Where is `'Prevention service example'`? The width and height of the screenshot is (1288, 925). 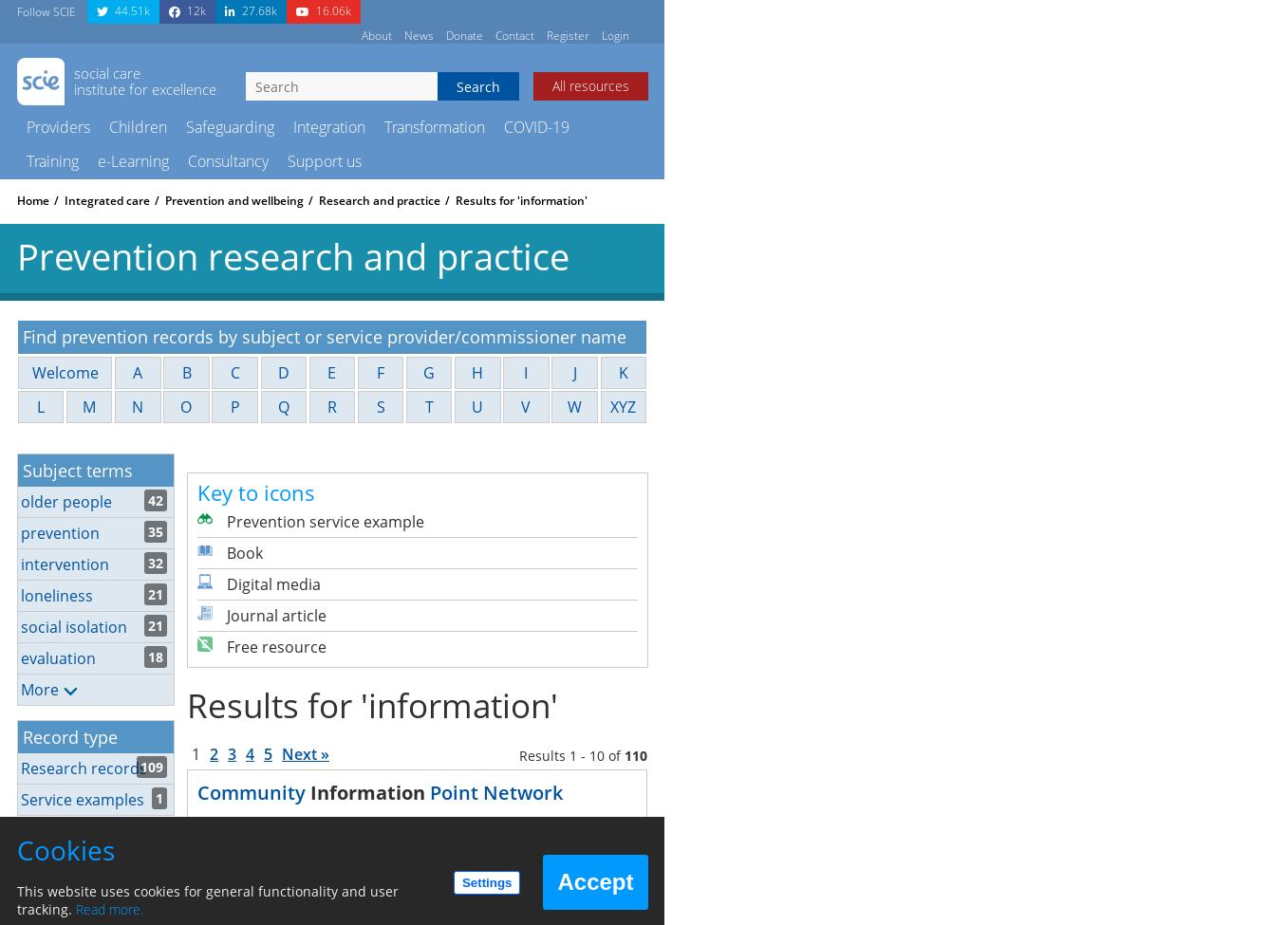
'Prevention service example' is located at coordinates (325, 520).